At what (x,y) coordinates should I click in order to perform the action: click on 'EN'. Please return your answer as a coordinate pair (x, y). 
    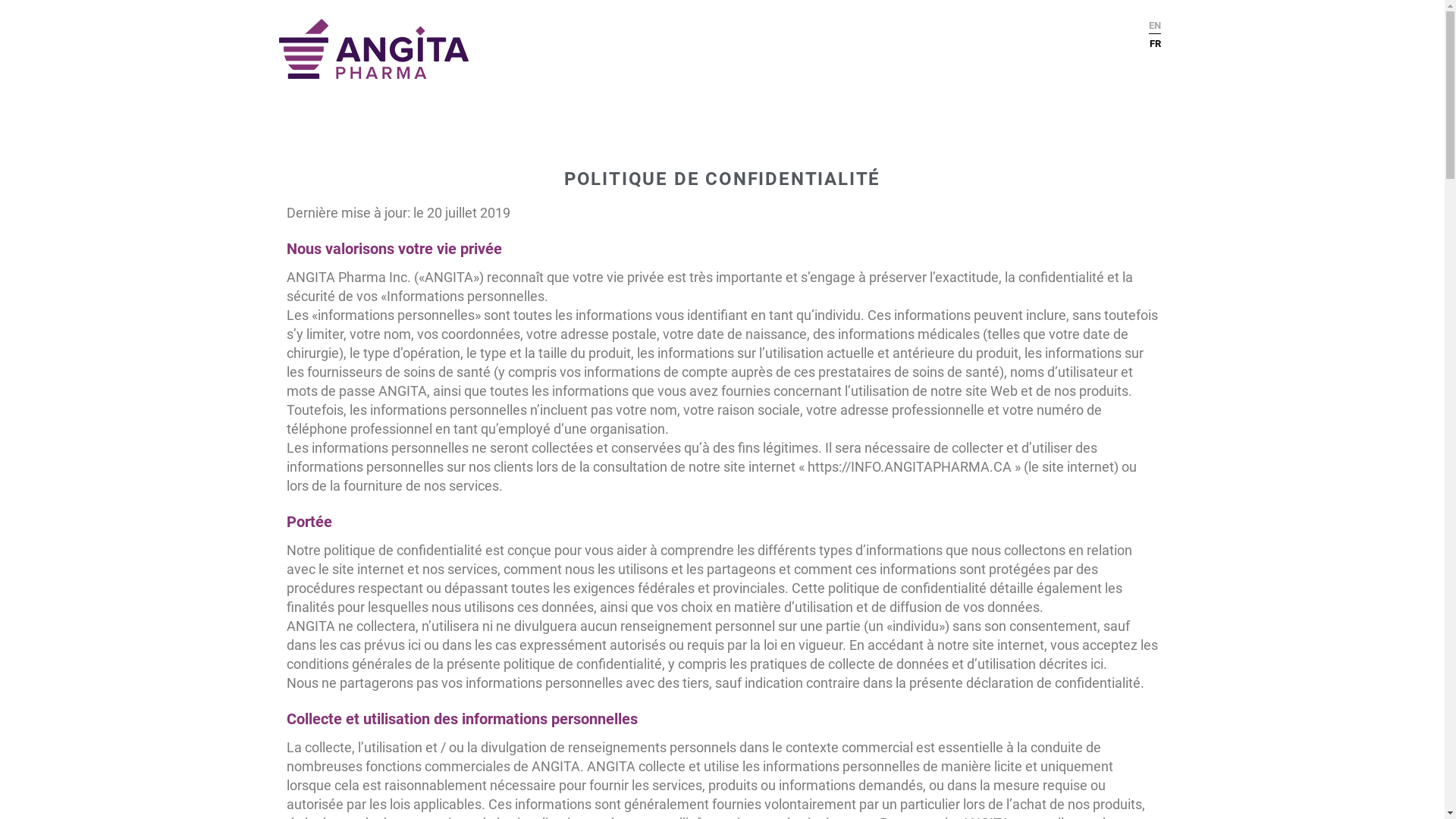
    Looking at the image, I should click on (1153, 25).